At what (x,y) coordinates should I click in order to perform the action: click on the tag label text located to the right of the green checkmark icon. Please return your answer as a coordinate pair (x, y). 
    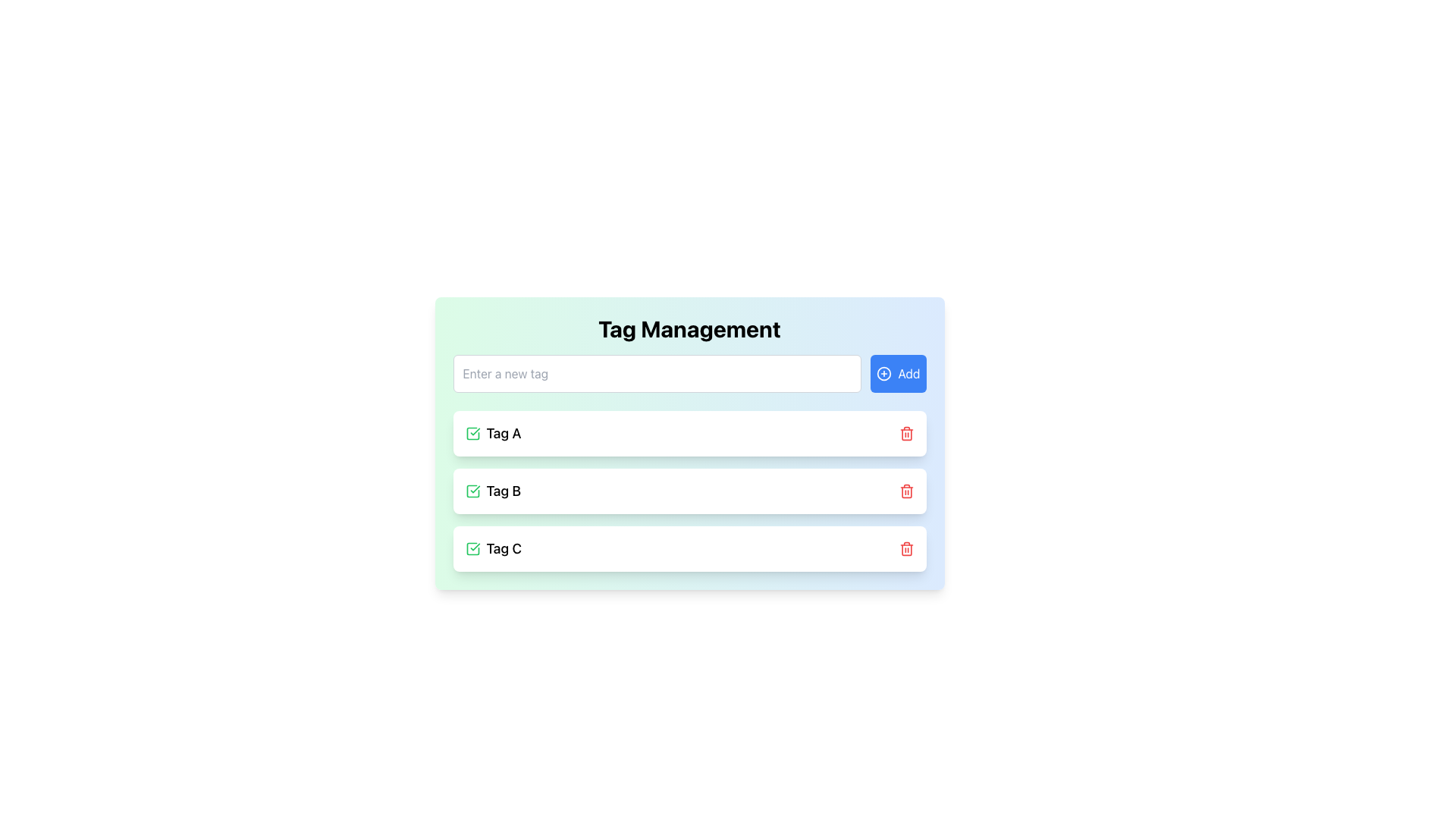
    Looking at the image, I should click on (493, 433).